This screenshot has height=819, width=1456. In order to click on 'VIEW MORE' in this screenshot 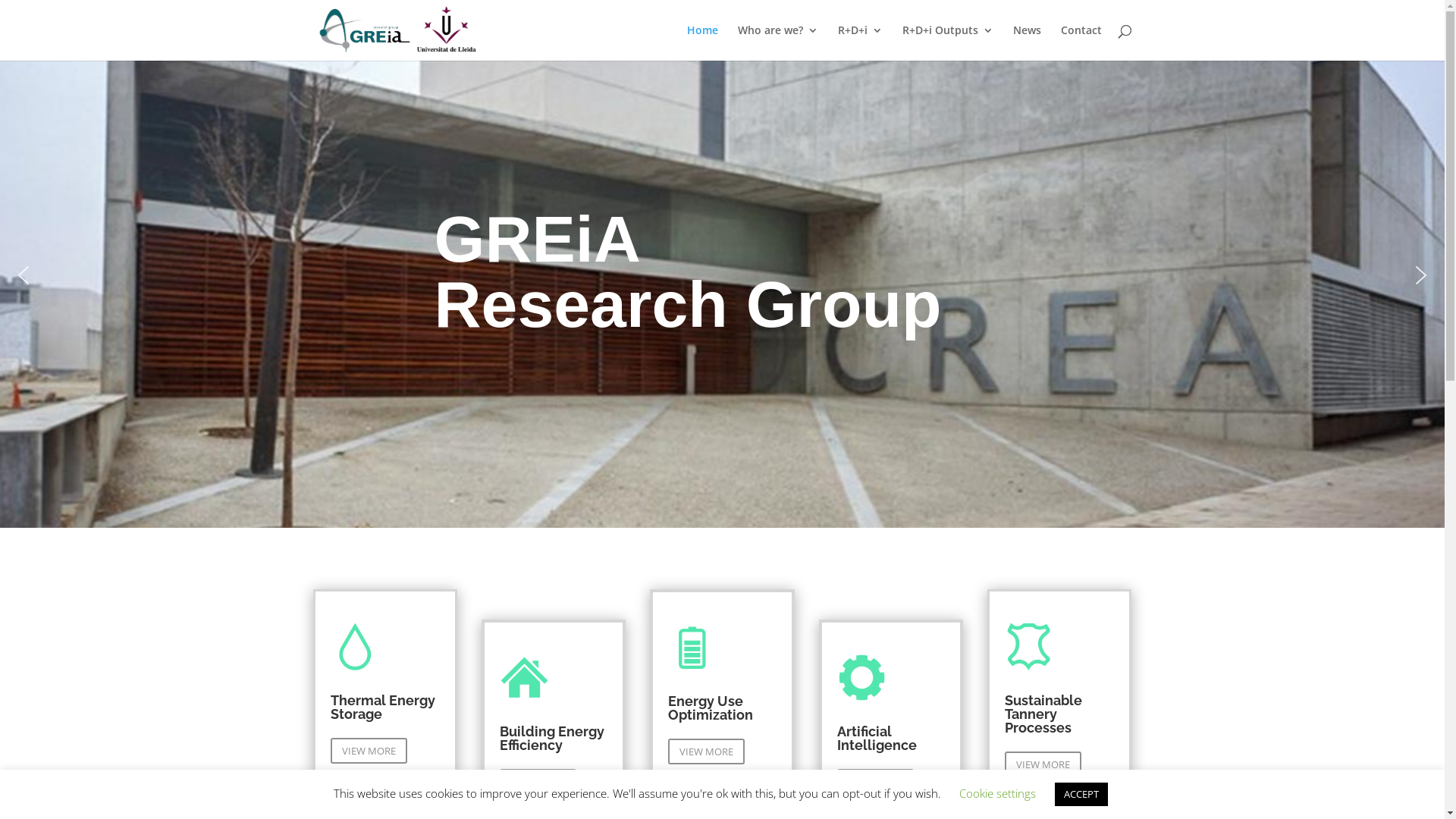, I will do `click(330, 751)`.